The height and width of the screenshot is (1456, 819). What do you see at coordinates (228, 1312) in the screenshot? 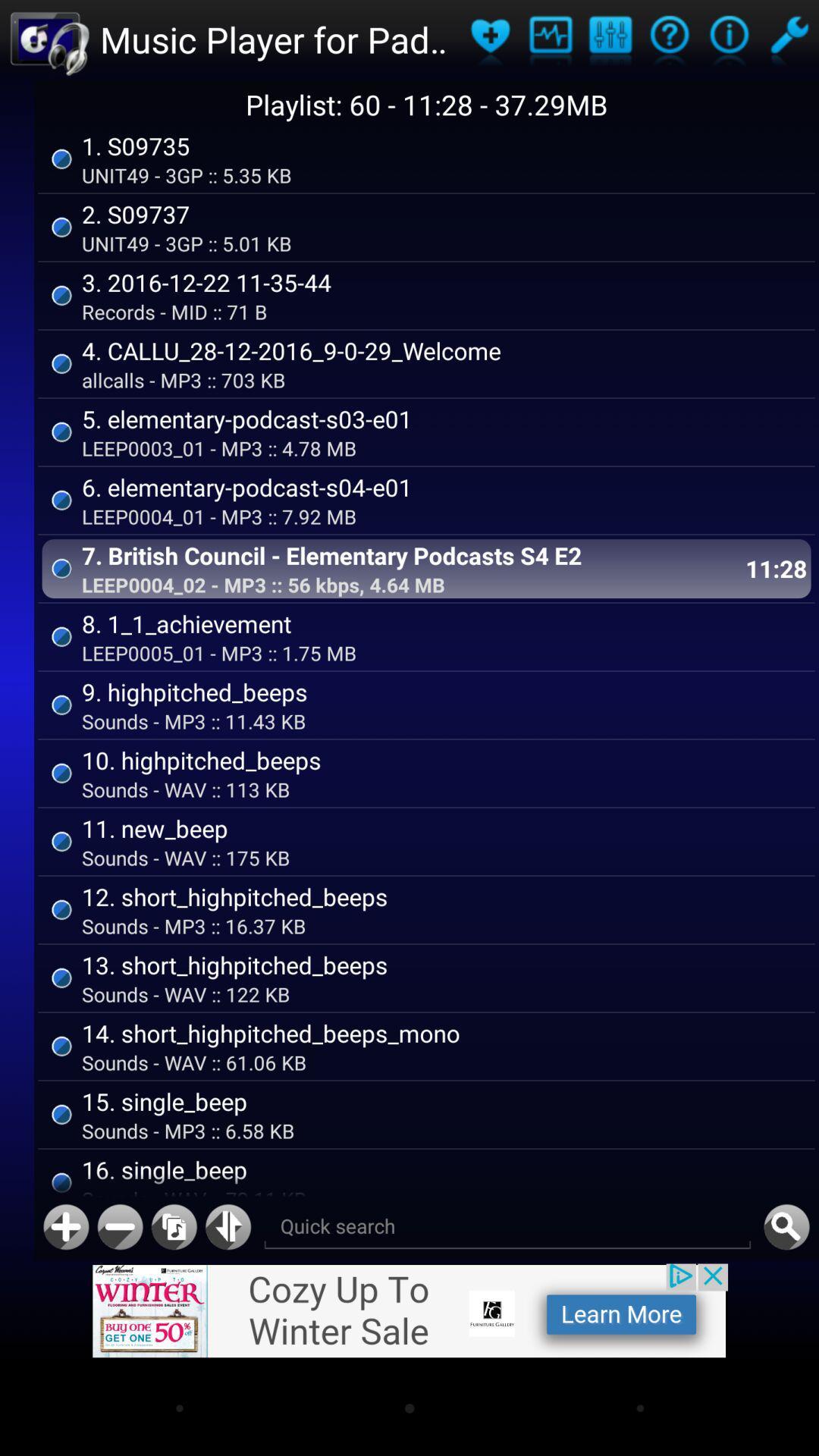
I see `the swap icon` at bounding box center [228, 1312].